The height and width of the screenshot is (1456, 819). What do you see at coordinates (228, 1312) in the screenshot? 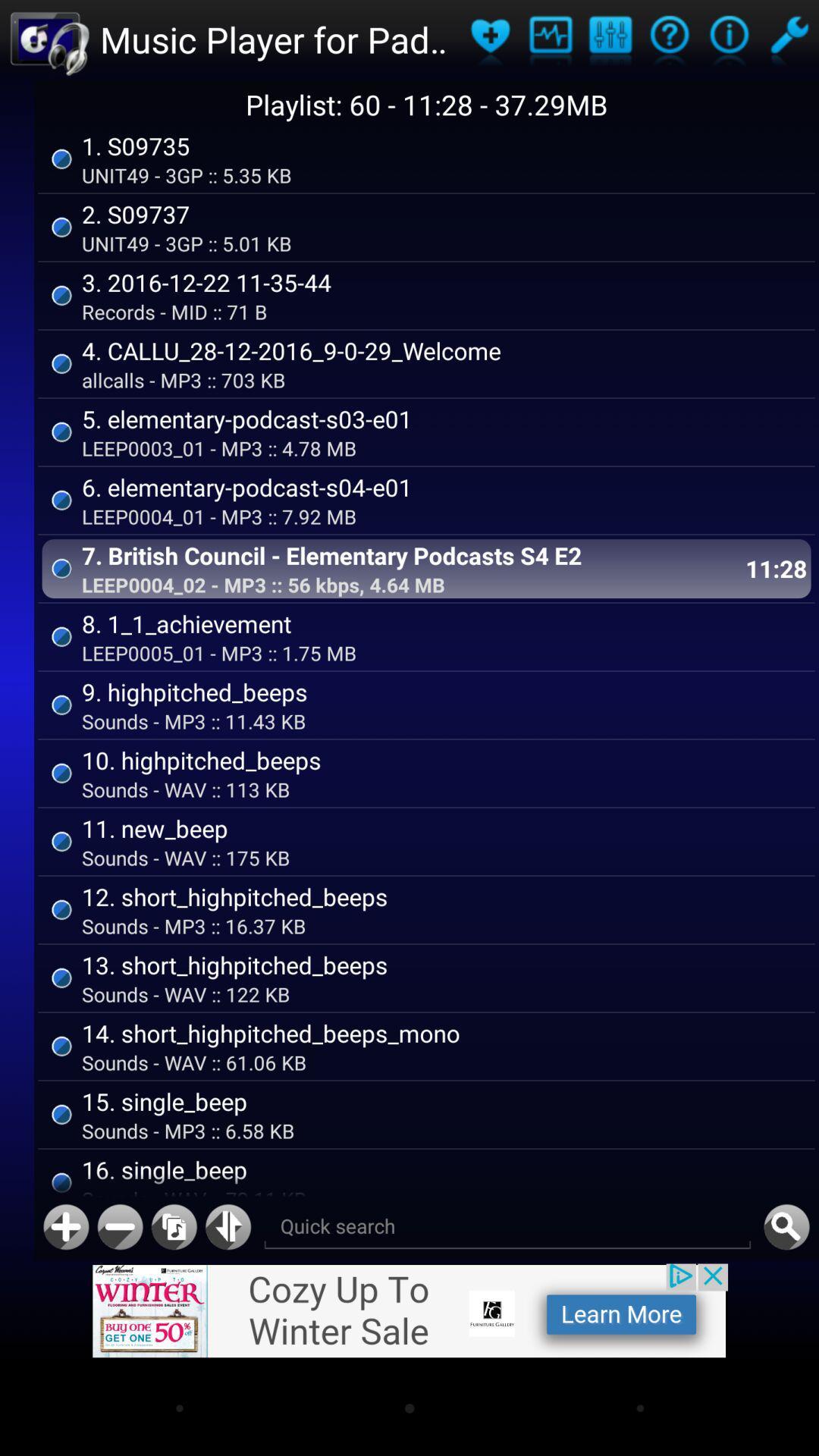
I see `the swap icon` at bounding box center [228, 1312].